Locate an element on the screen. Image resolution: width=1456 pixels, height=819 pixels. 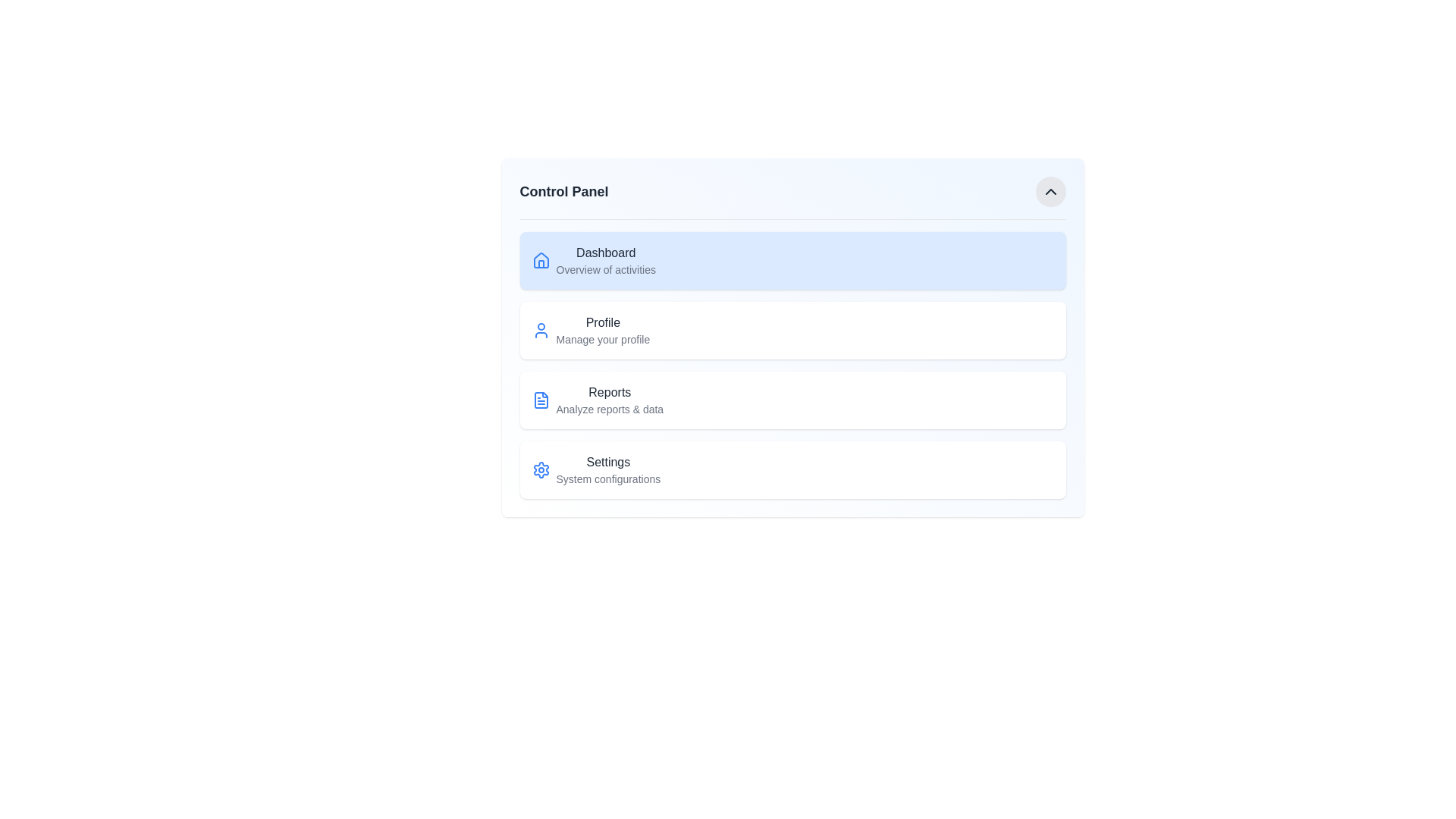
the 'Dashboard' text label is located at coordinates (605, 259).